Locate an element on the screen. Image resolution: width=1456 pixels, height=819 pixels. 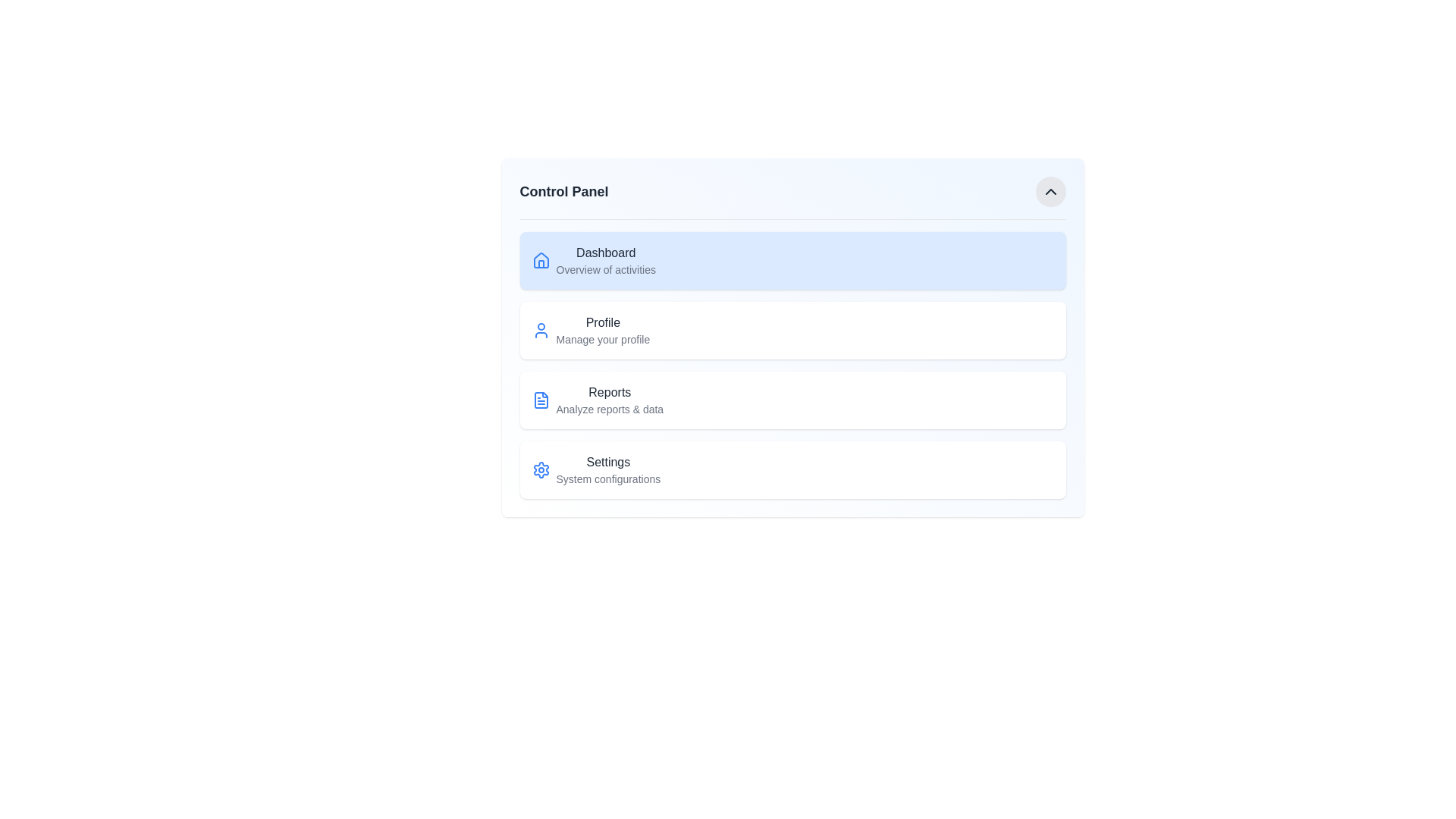
the 'Dashboard' text label is located at coordinates (605, 259).